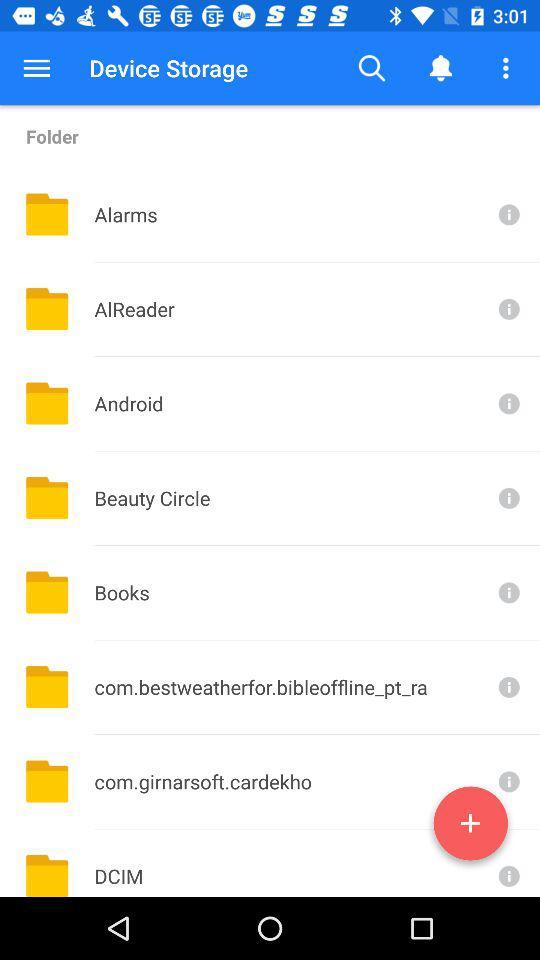 The image size is (540, 960). What do you see at coordinates (507, 592) in the screenshot?
I see `more information on books folder` at bounding box center [507, 592].